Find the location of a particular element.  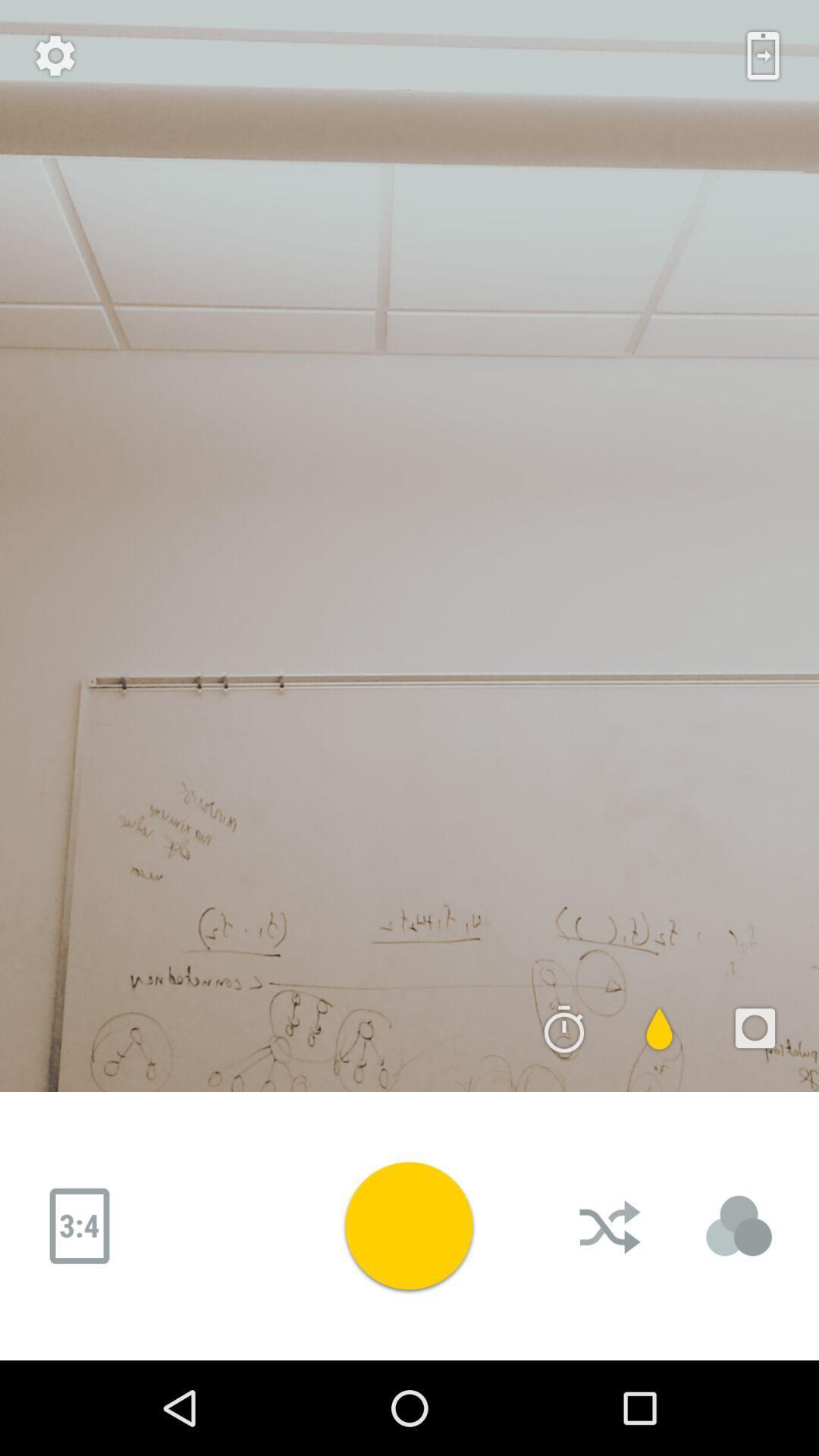

color filter is located at coordinates (659, 1028).